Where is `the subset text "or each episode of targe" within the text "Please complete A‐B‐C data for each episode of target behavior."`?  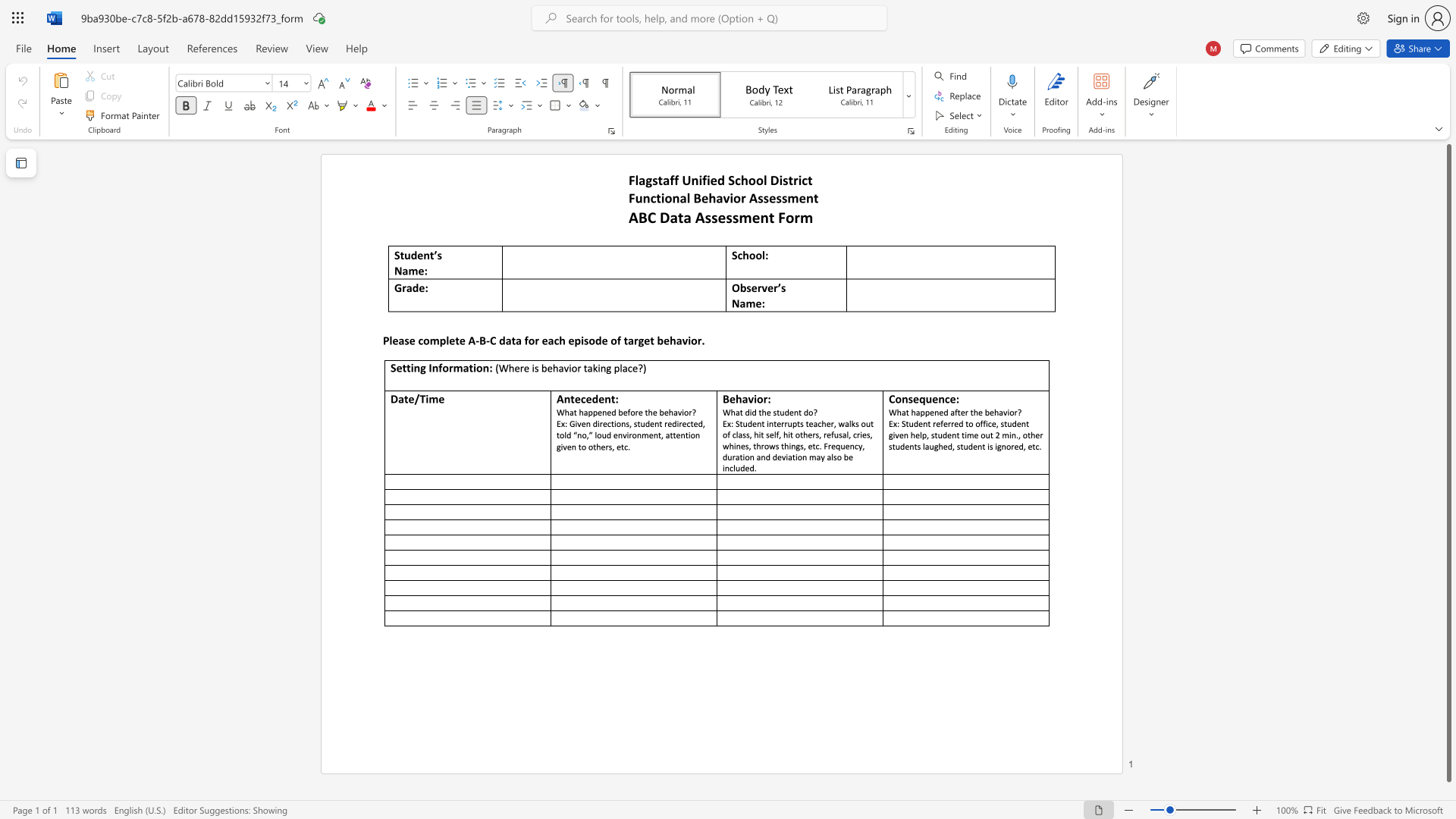
the subset text "or each episode of targe" within the text "Please complete A‐B‐C data for each episode of target behavior." is located at coordinates (528, 340).